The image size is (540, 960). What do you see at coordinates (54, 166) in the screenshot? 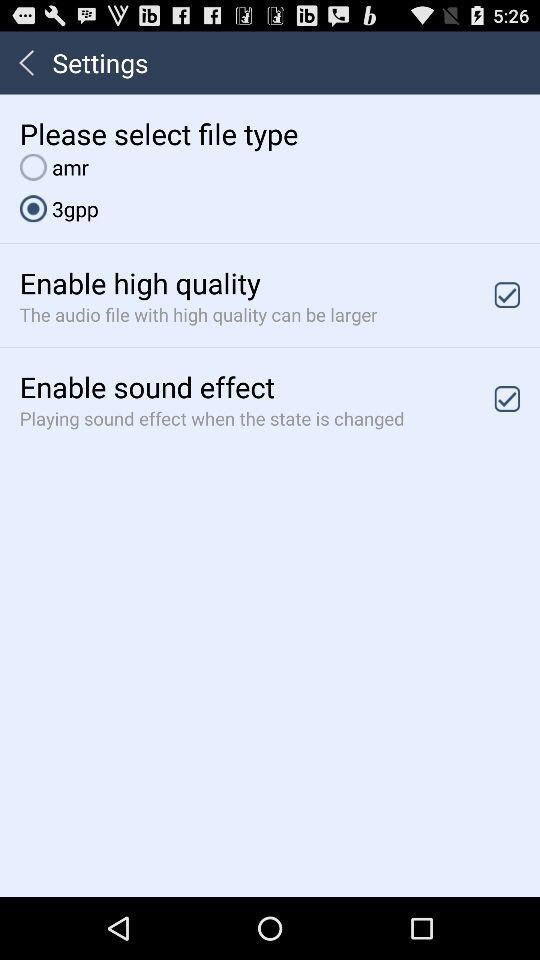
I see `the icon below please select file item` at bounding box center [54, 166].